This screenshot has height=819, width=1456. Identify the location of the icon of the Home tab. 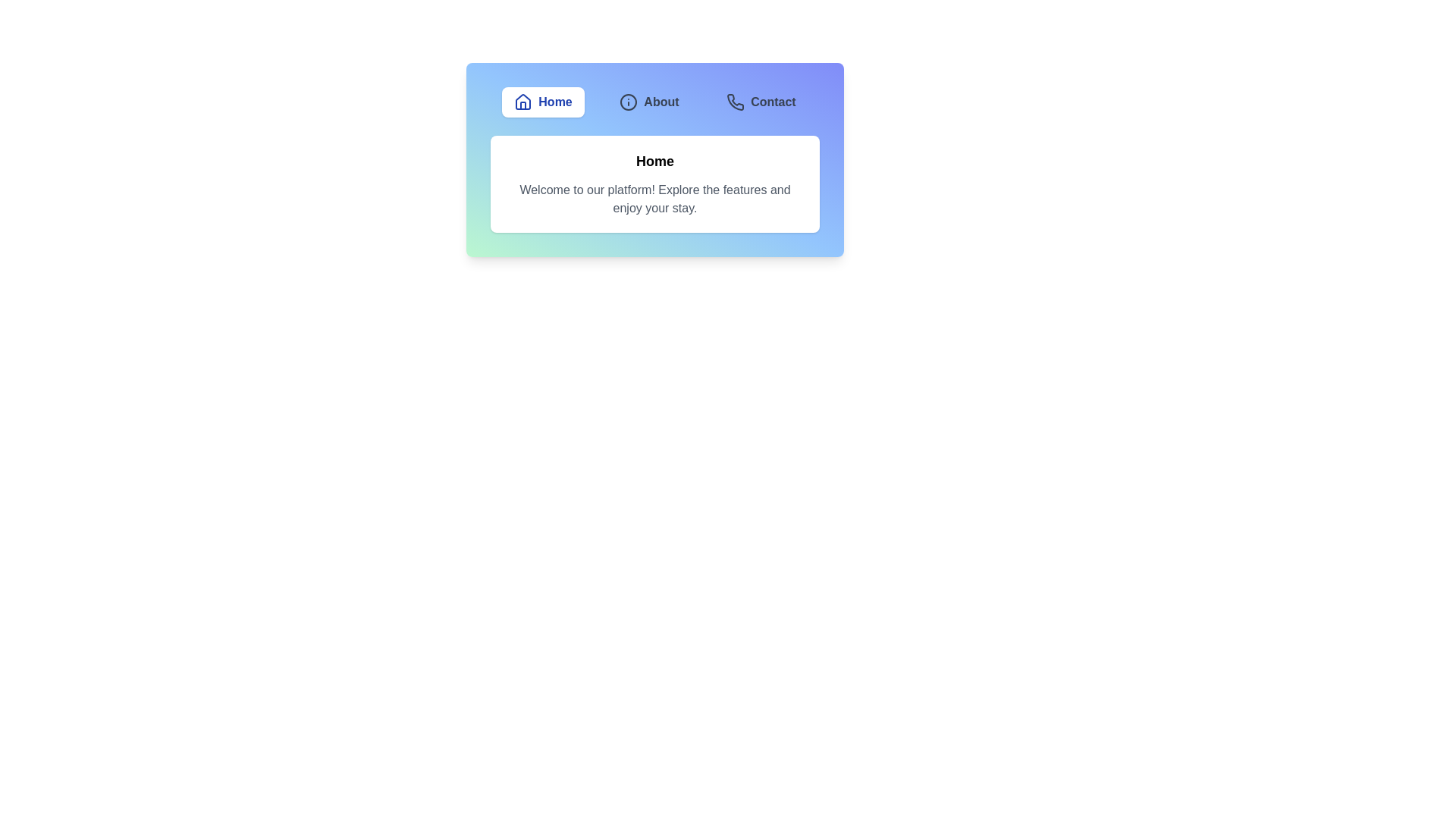
(523, 102).